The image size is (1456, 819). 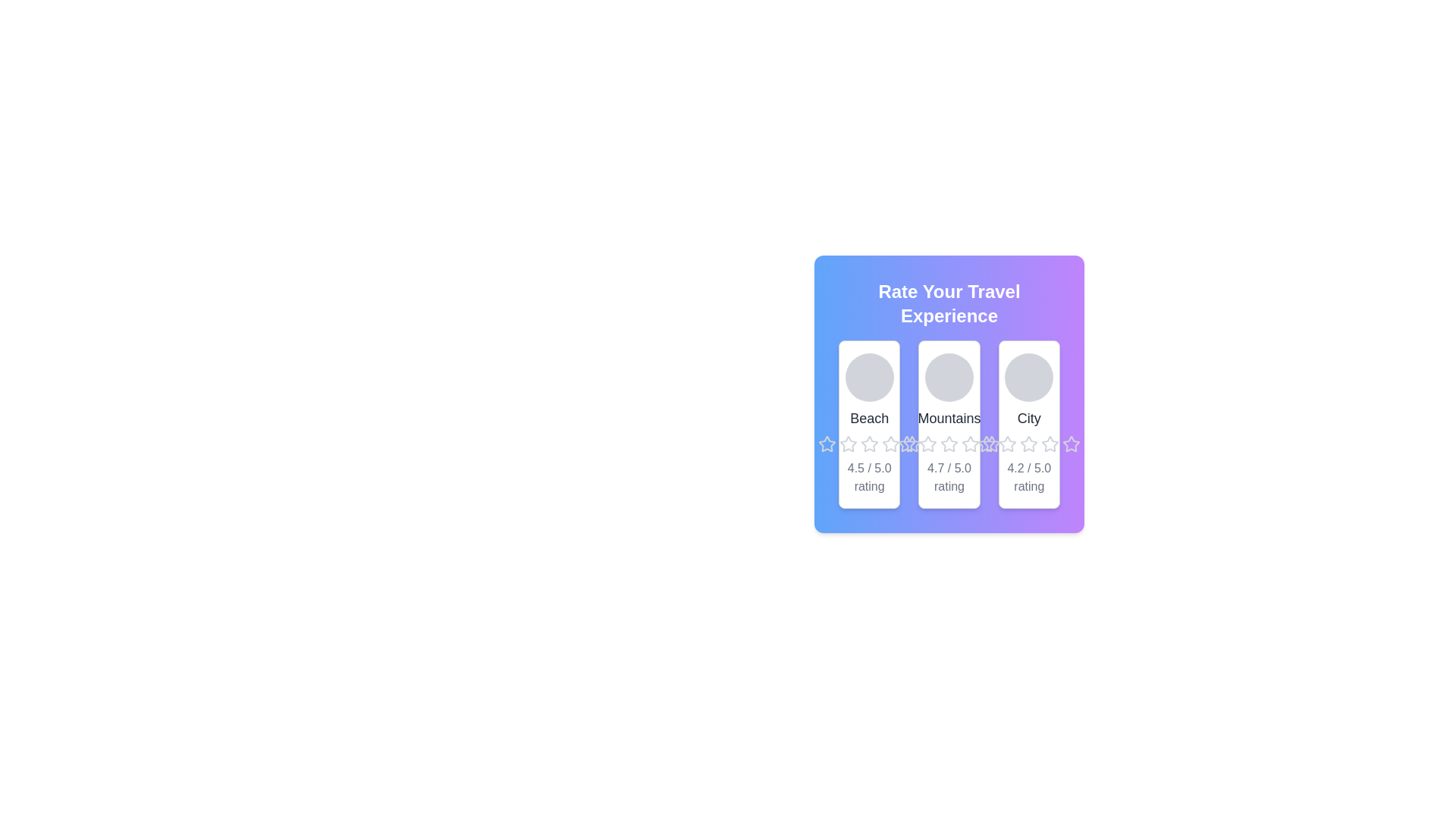 I want to click on across the second star in the five-star rating system below the 'Mountains' card, so click(x=906, y=444).